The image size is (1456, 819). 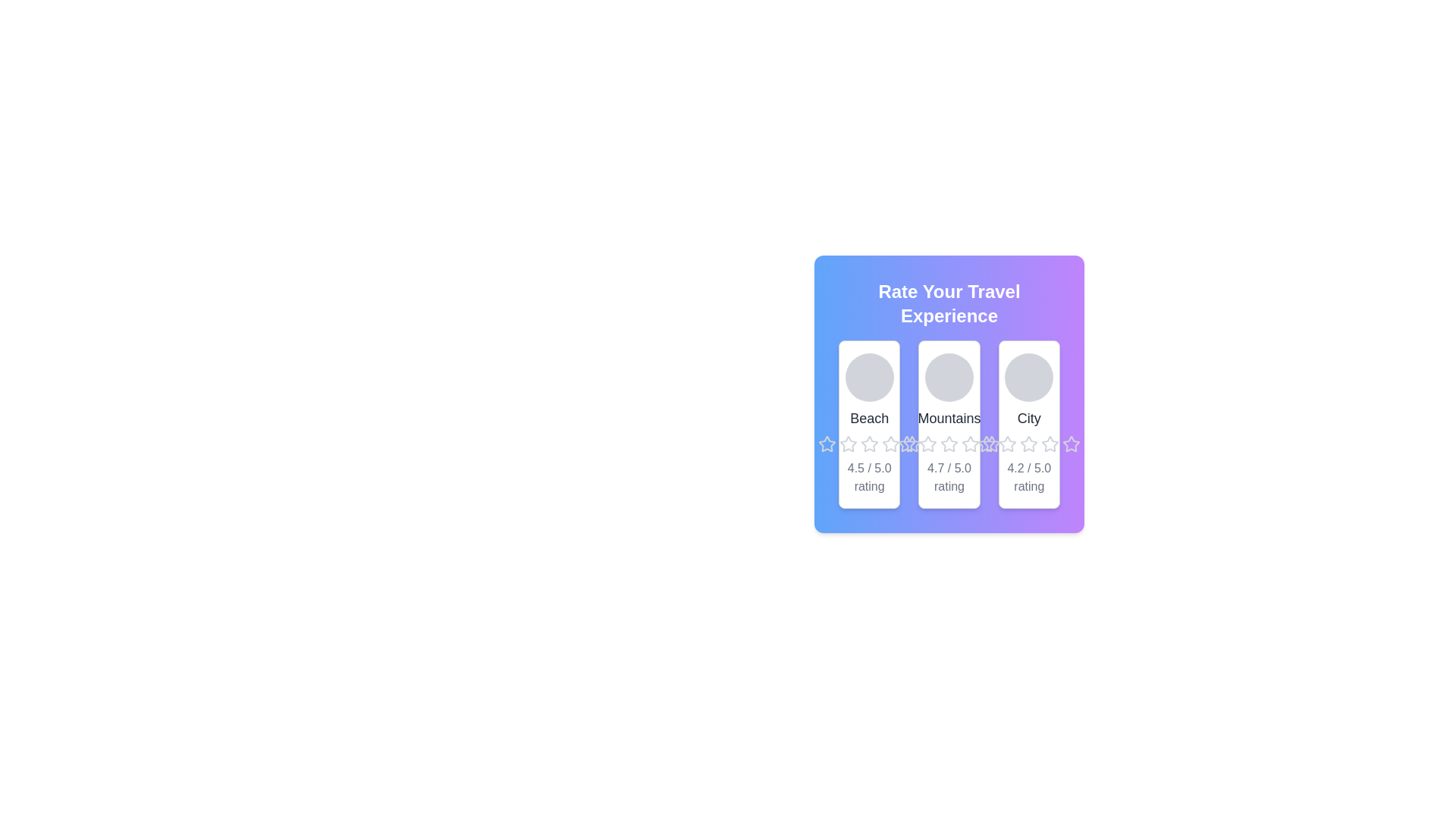 I want to click on across the second star in the five-star rating system below the 'Mountains' card, so click(x=906, y=444).